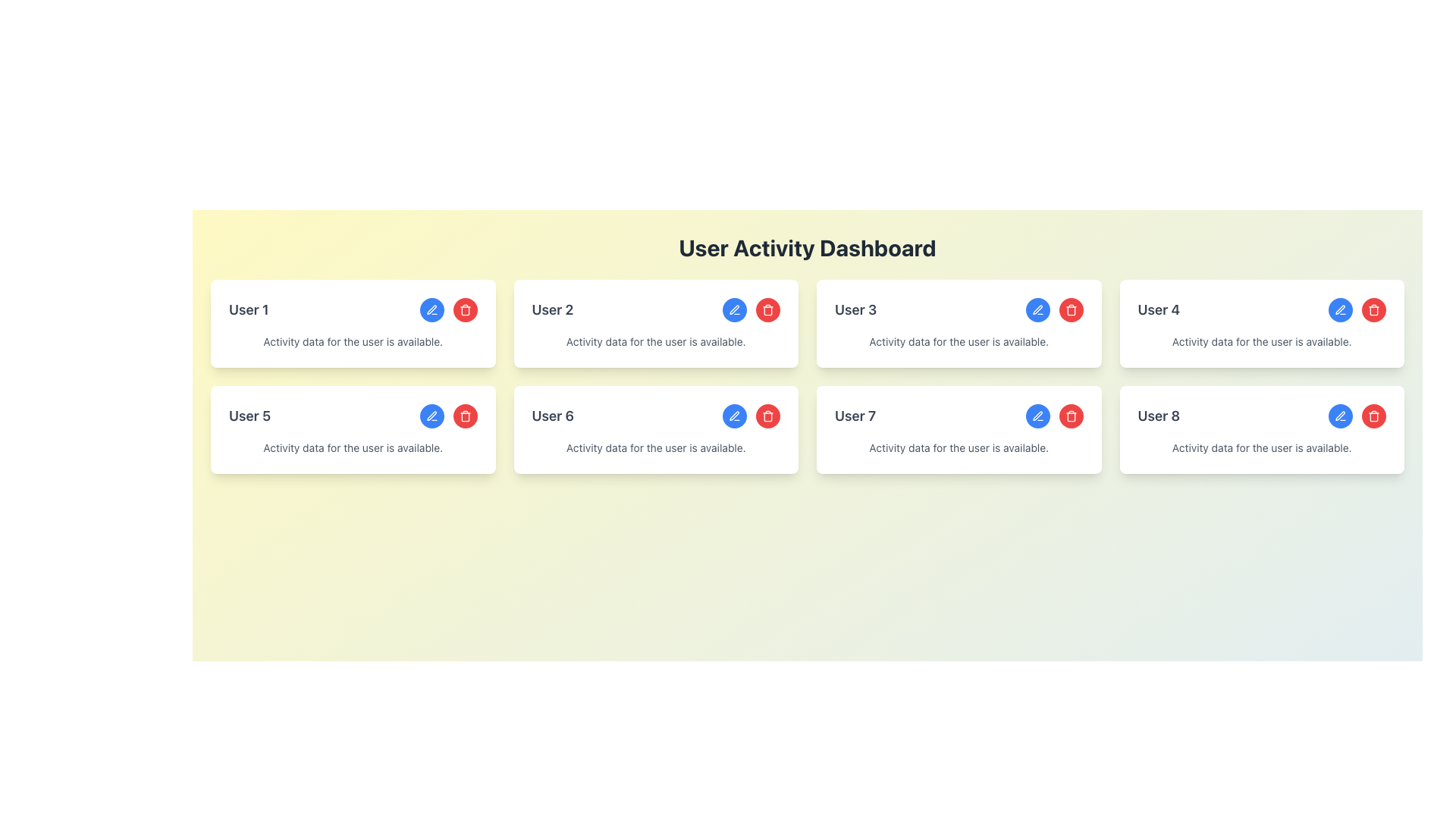 This screenshot has height=819, width=1456. Describe the element at coordinates (1037, 416) in the screenshot. I see `the circular blue button with a white border and a pen icon located at the top-right corner of the user information card for 'User 7'` at that location.